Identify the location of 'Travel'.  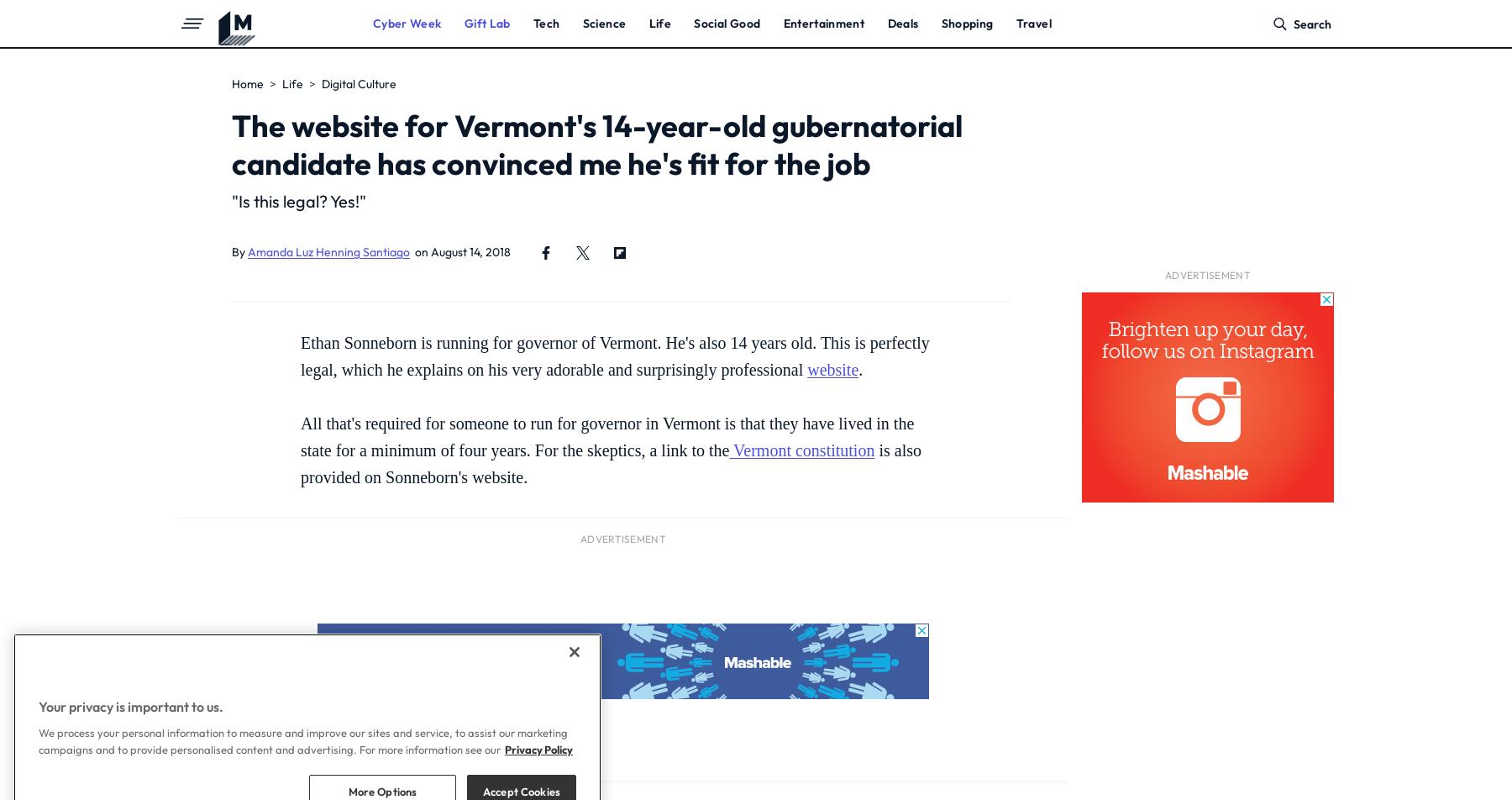
(1032, 23).